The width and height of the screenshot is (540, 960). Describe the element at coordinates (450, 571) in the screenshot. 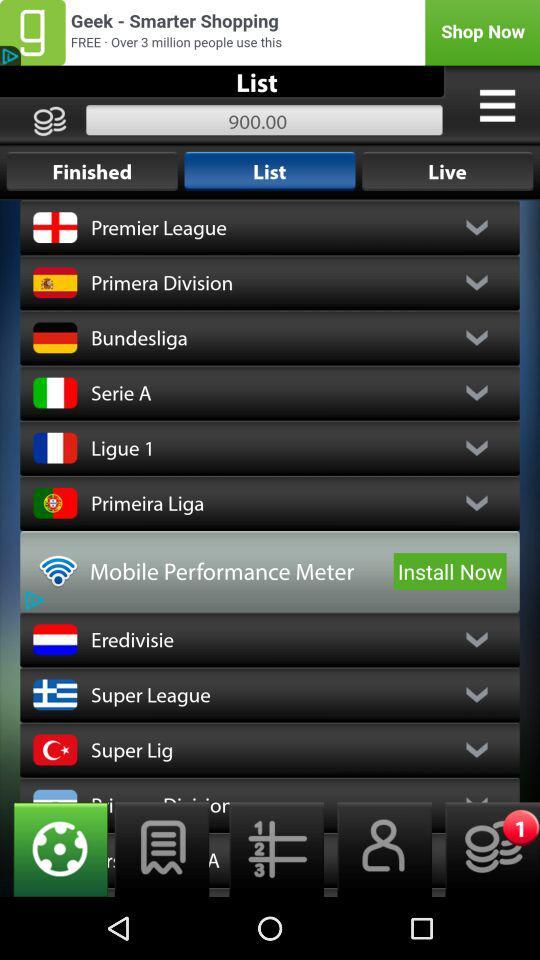

I see `icon above  eredivisie item` at that location.